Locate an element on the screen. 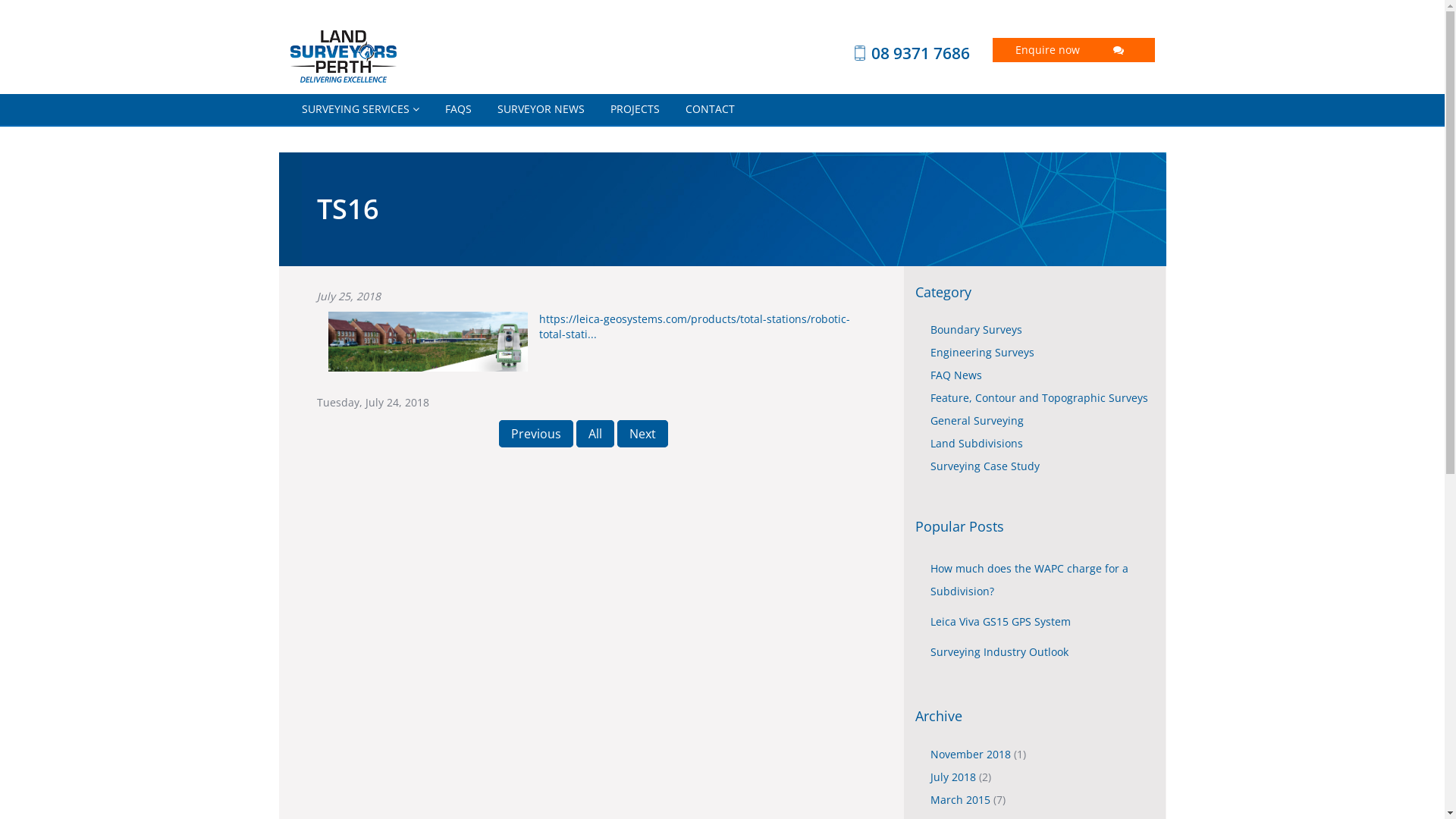 Image resolution: width=1456 pixels, height=819 pixels. 'All' is located at coordinates (575, 433).